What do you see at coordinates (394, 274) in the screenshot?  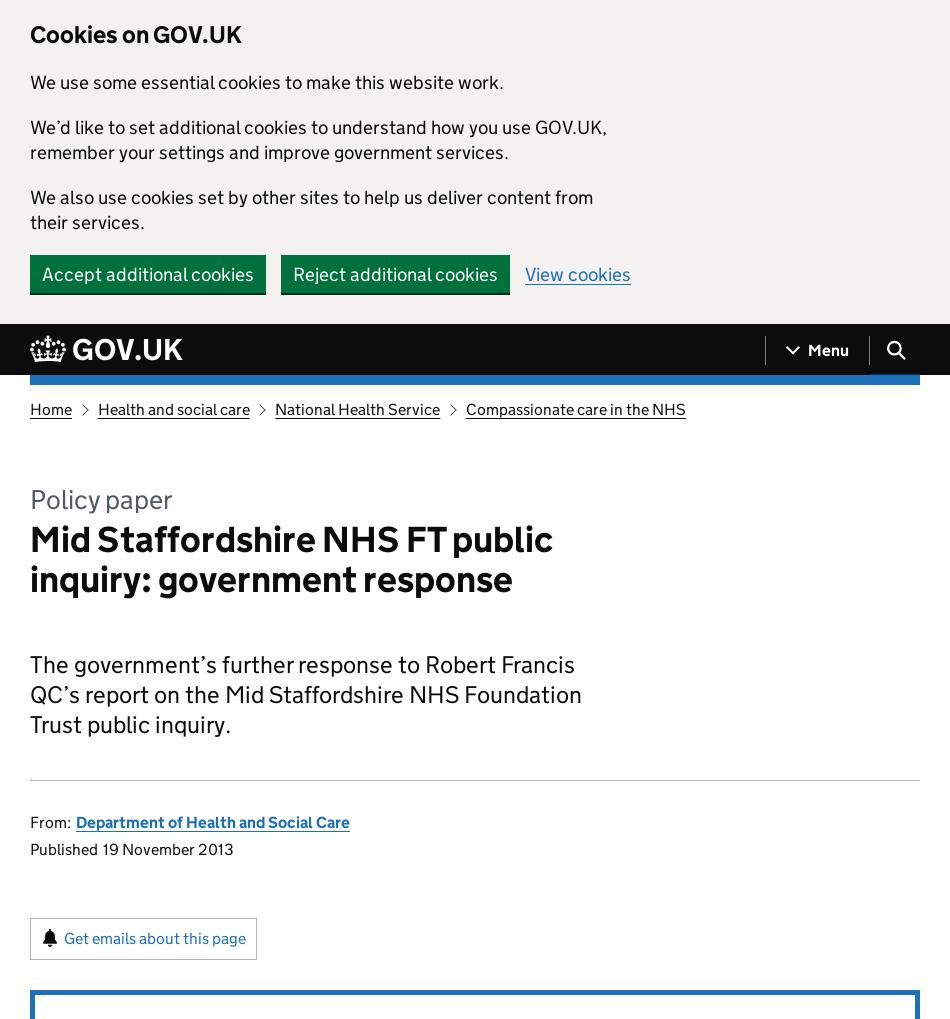 I see `'Reject additional cookies'` at bounding box center [394, 274].